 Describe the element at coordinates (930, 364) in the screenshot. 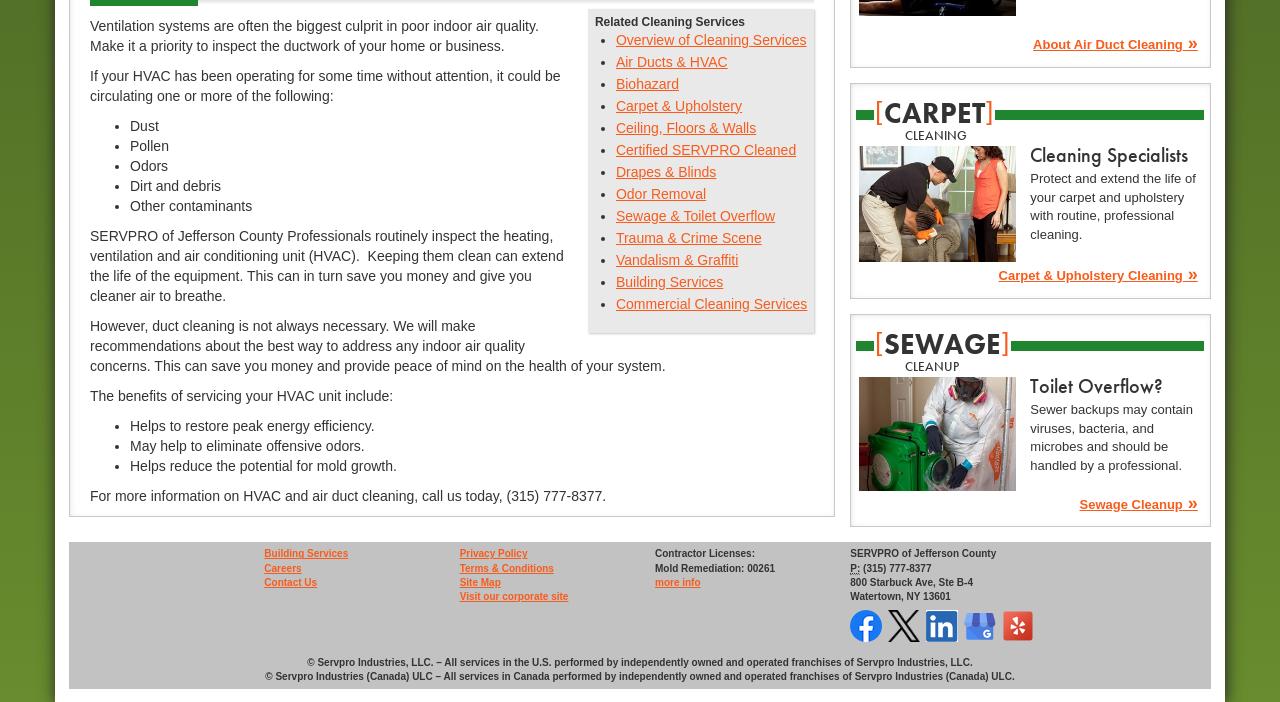

I see `'cleanup'` at that location.